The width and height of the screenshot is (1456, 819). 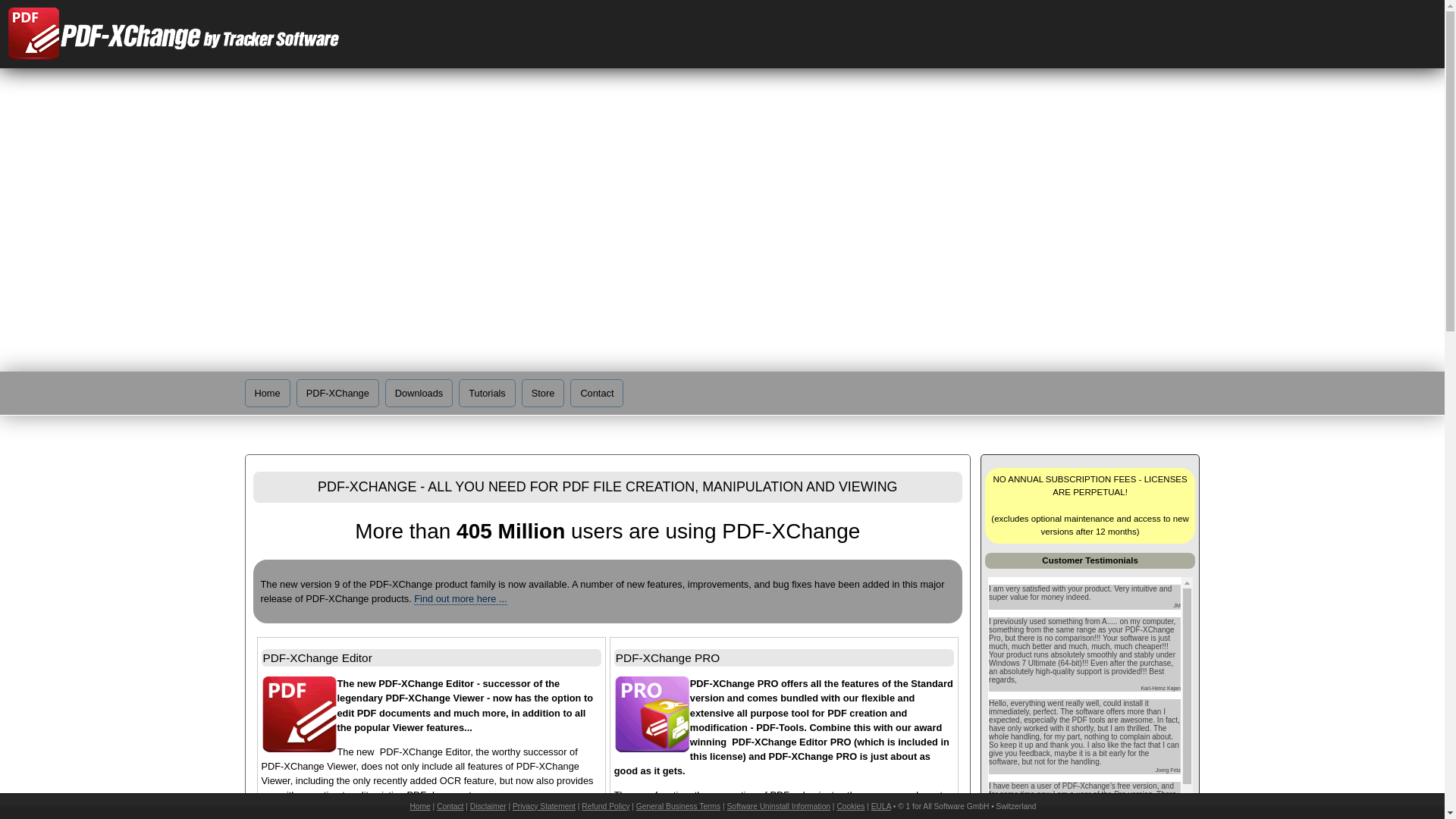 What do you see at coordinates (488, 805) in the screenshot?
I see `'Disclaimer'` at bounding box center [488, 805].